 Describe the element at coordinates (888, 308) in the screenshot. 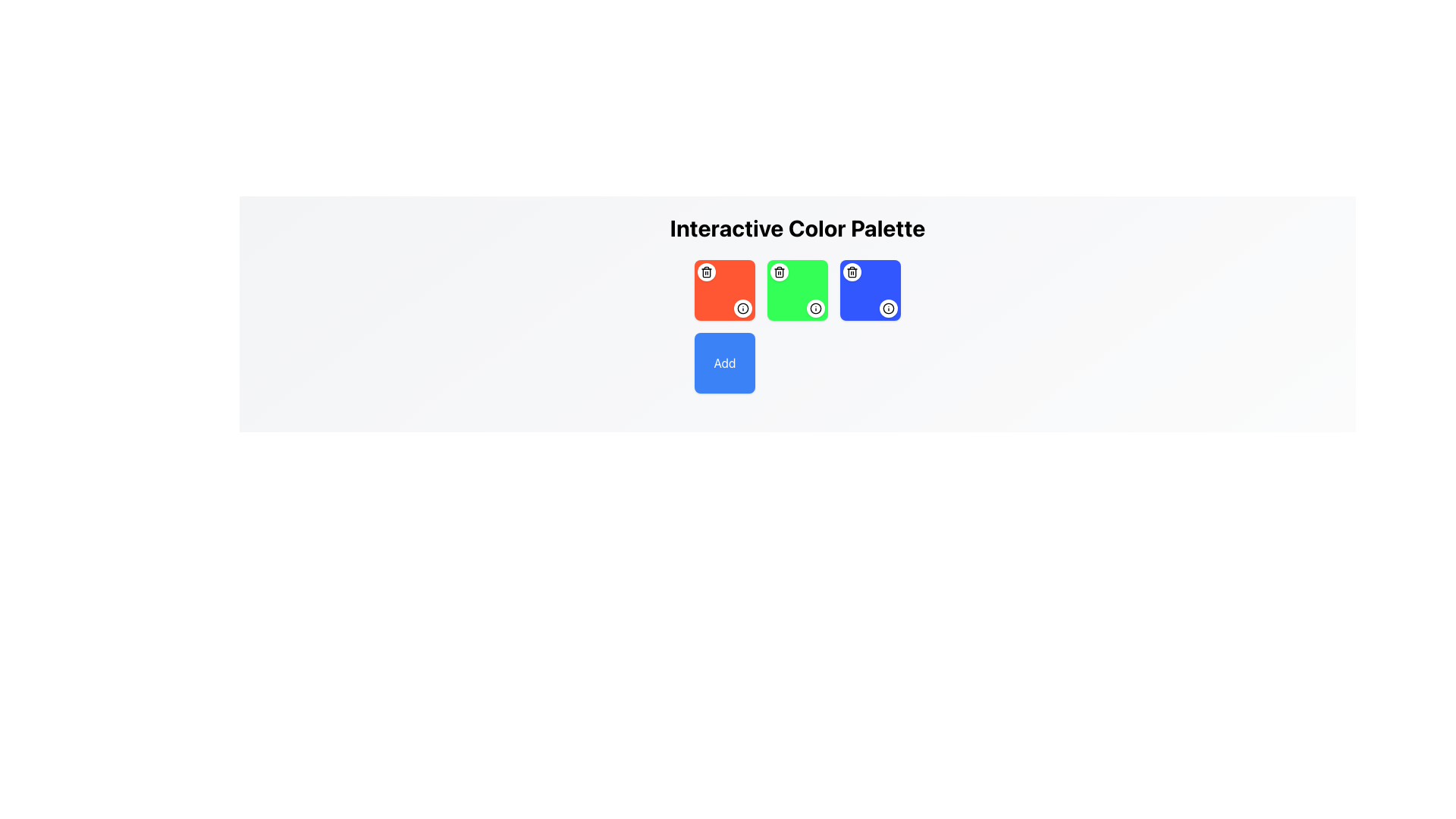

I see `the Circular Icon or Indicator with a black outline and white fill located at the upper-right corner of the blue square in the bottom-right section of the grid` at that location.